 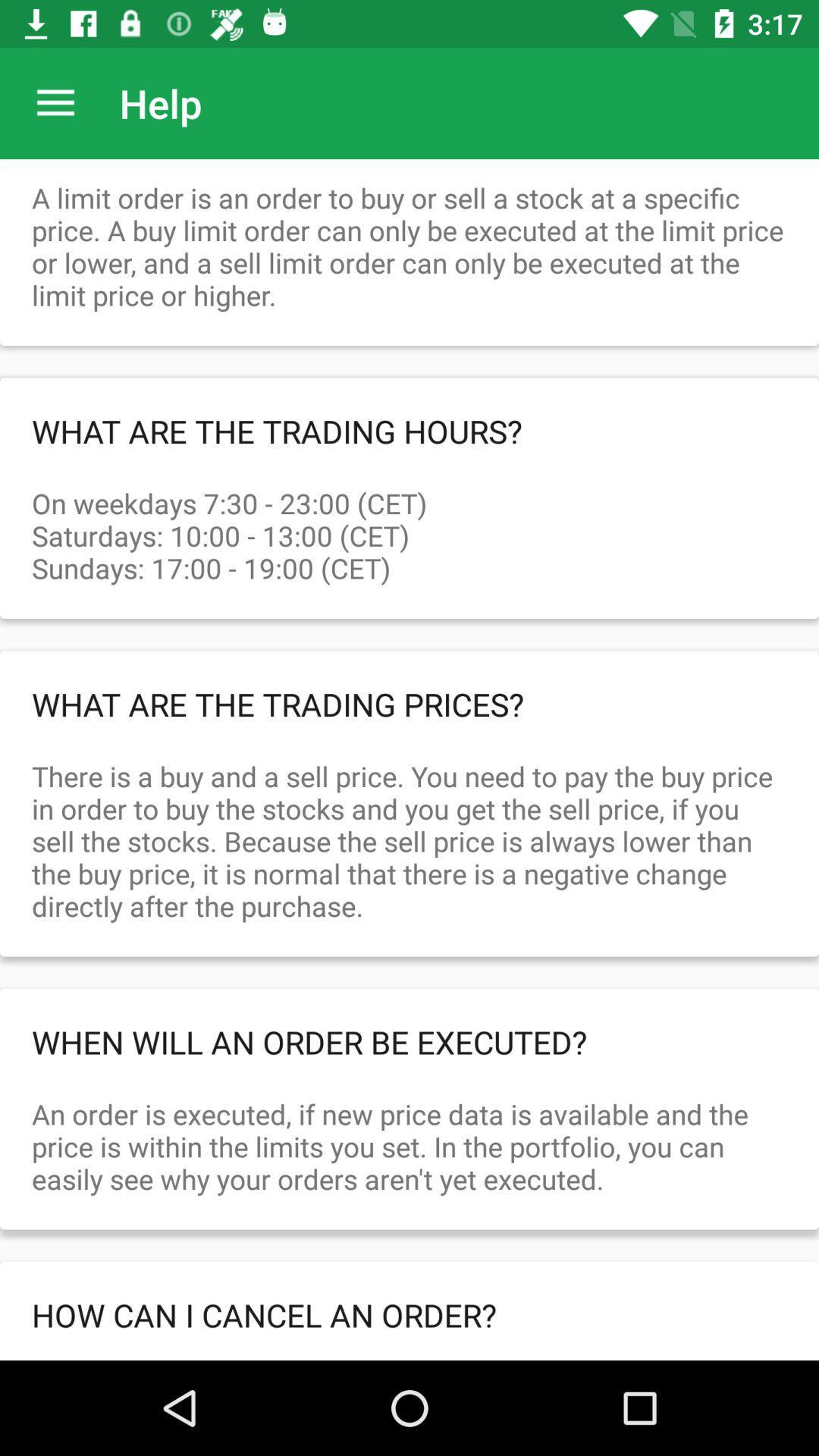 I want to click on item above the tap the order icon, so click(x=409, y=1313).